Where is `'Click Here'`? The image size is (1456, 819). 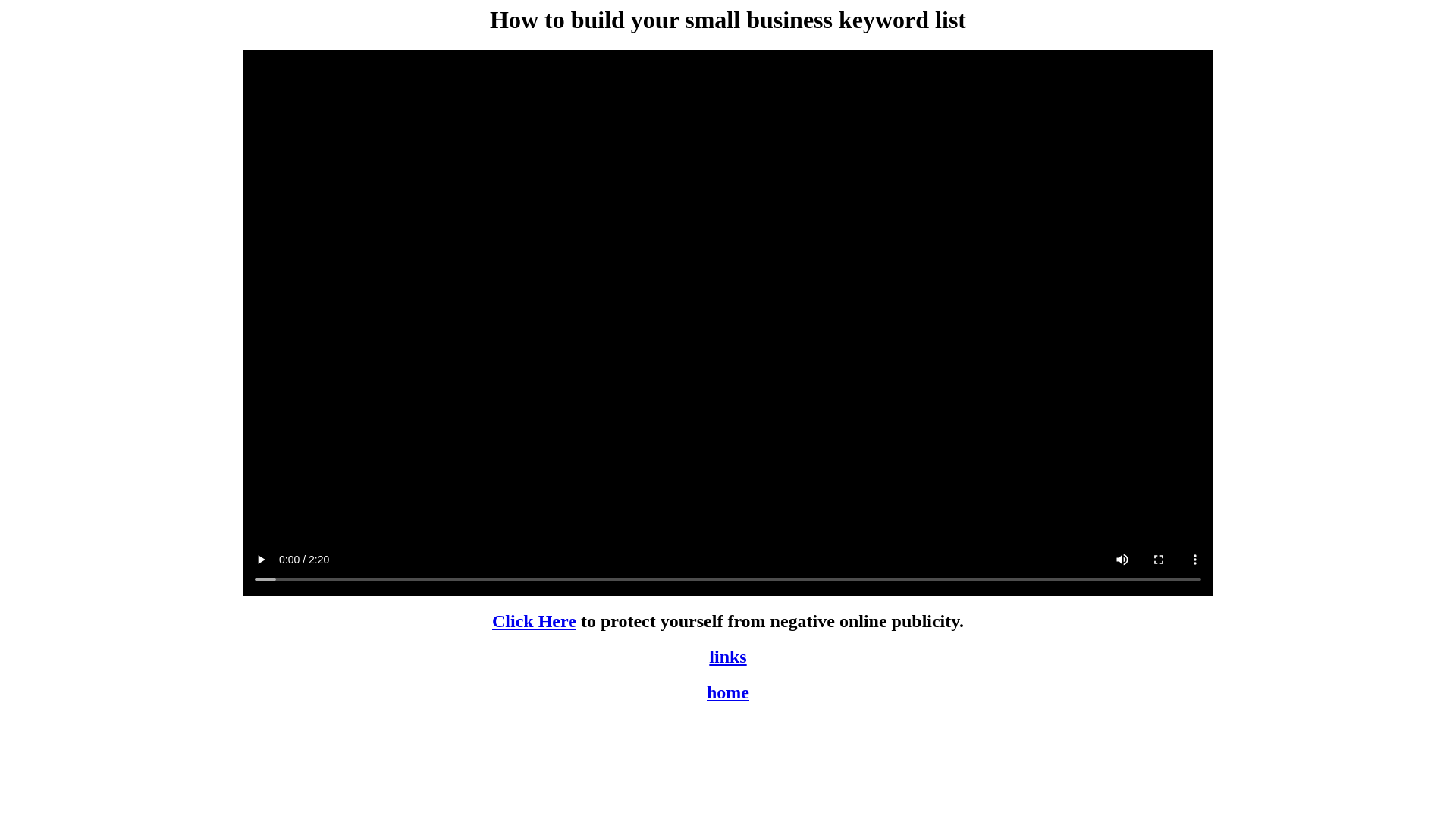 'Click Here' is located at coordinates (534, 620).